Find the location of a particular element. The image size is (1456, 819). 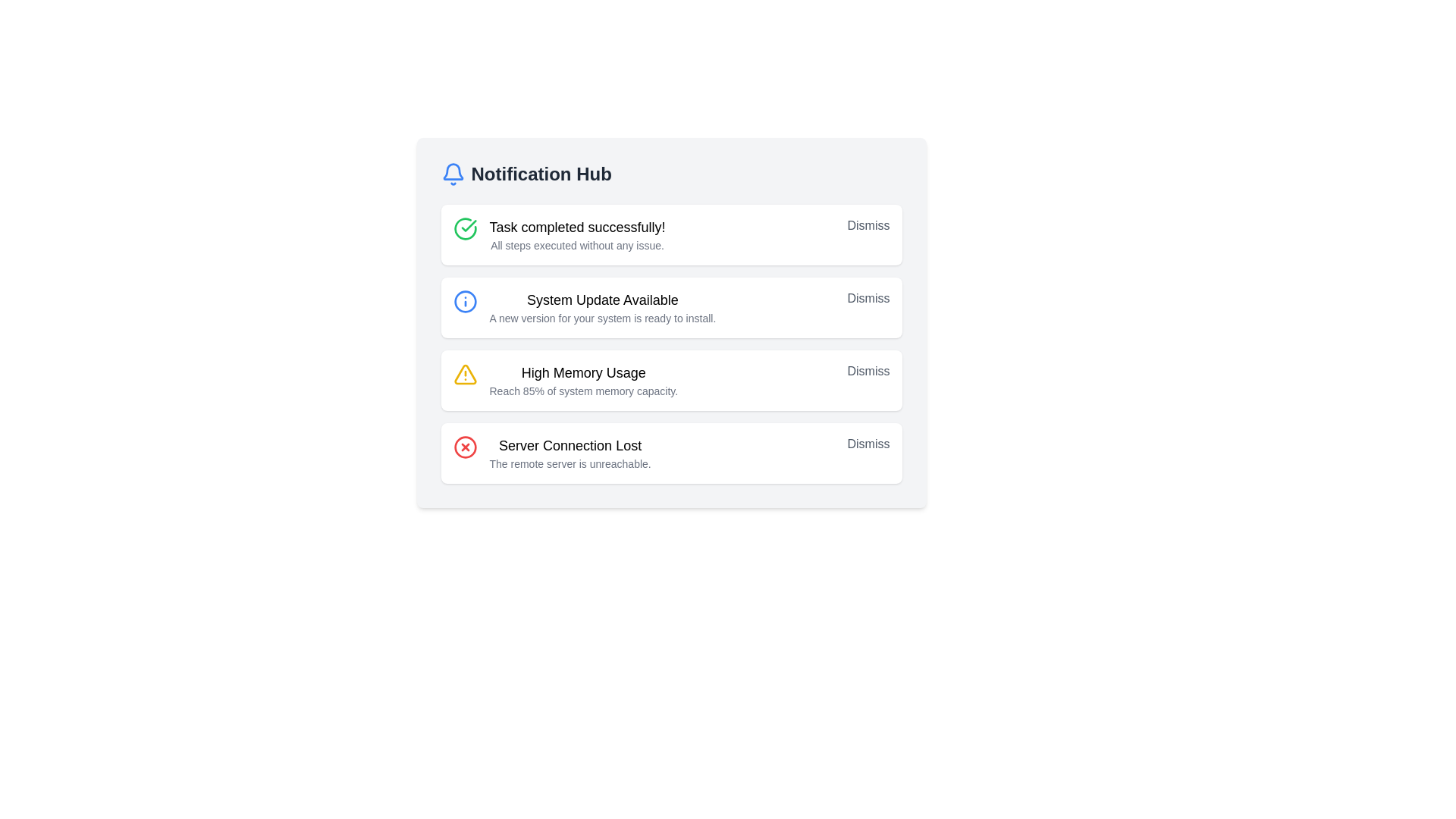

the Notification message stating 'Server Connection Lost' and 'The remote server is unreachable', which is the last item in the notification panel, located beneath the 'High Memory Usage' notification is located at coordinates (570, 452).